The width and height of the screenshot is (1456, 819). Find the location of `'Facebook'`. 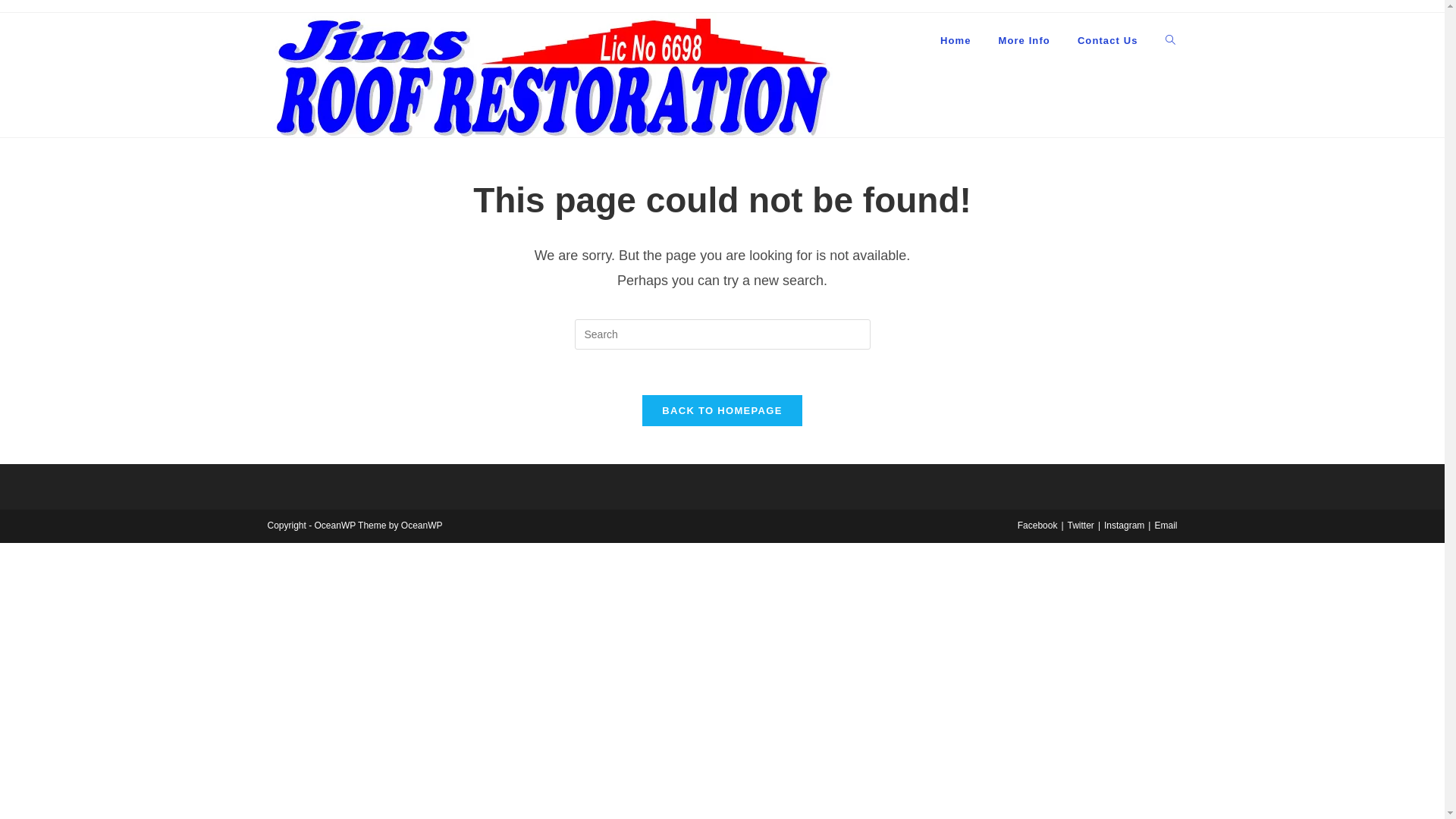

'Facebook' is located at coordinates (1037, 525).